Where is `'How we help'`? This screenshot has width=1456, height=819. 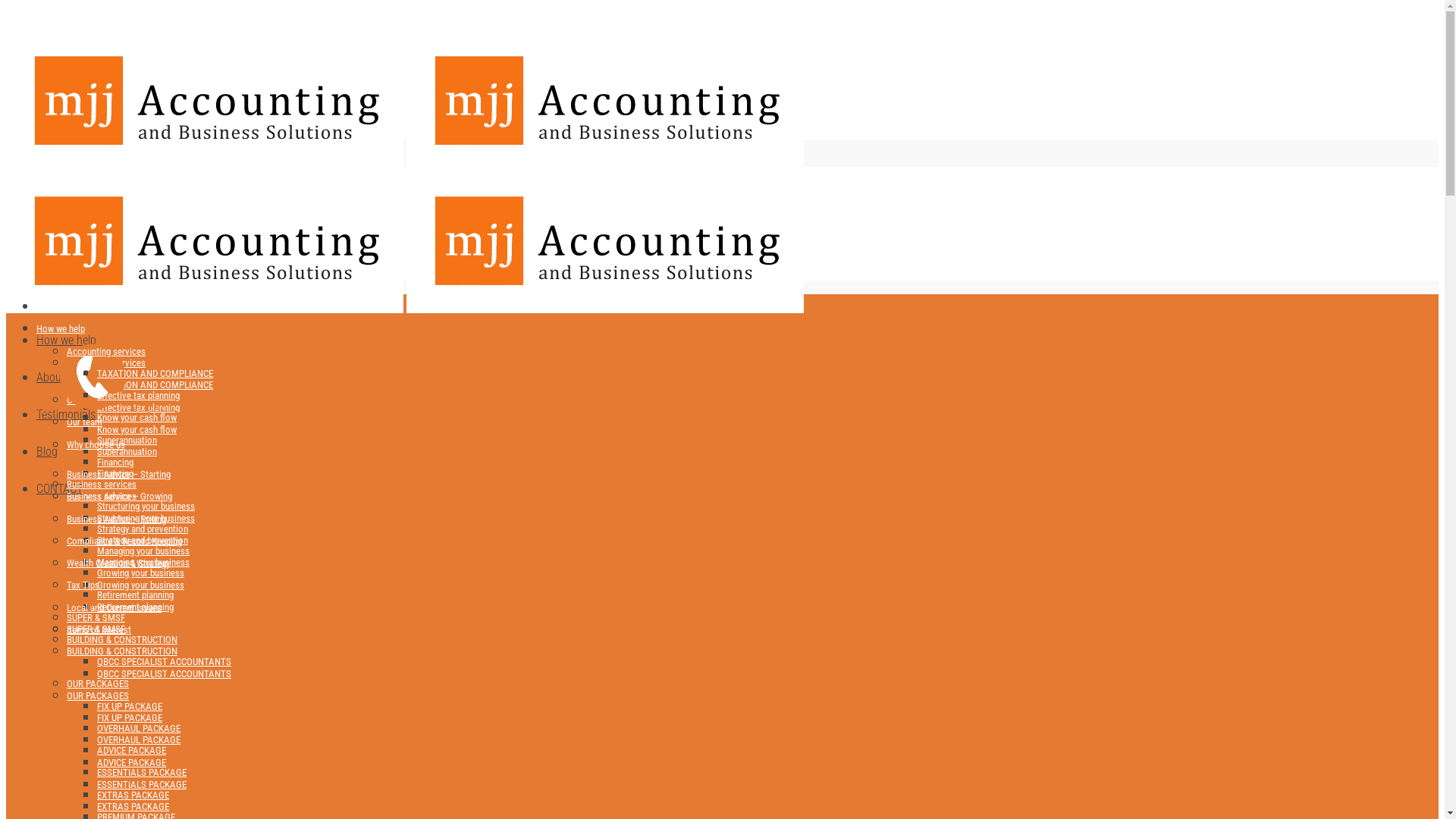 'How we help' is located at coordinates (61, 328).